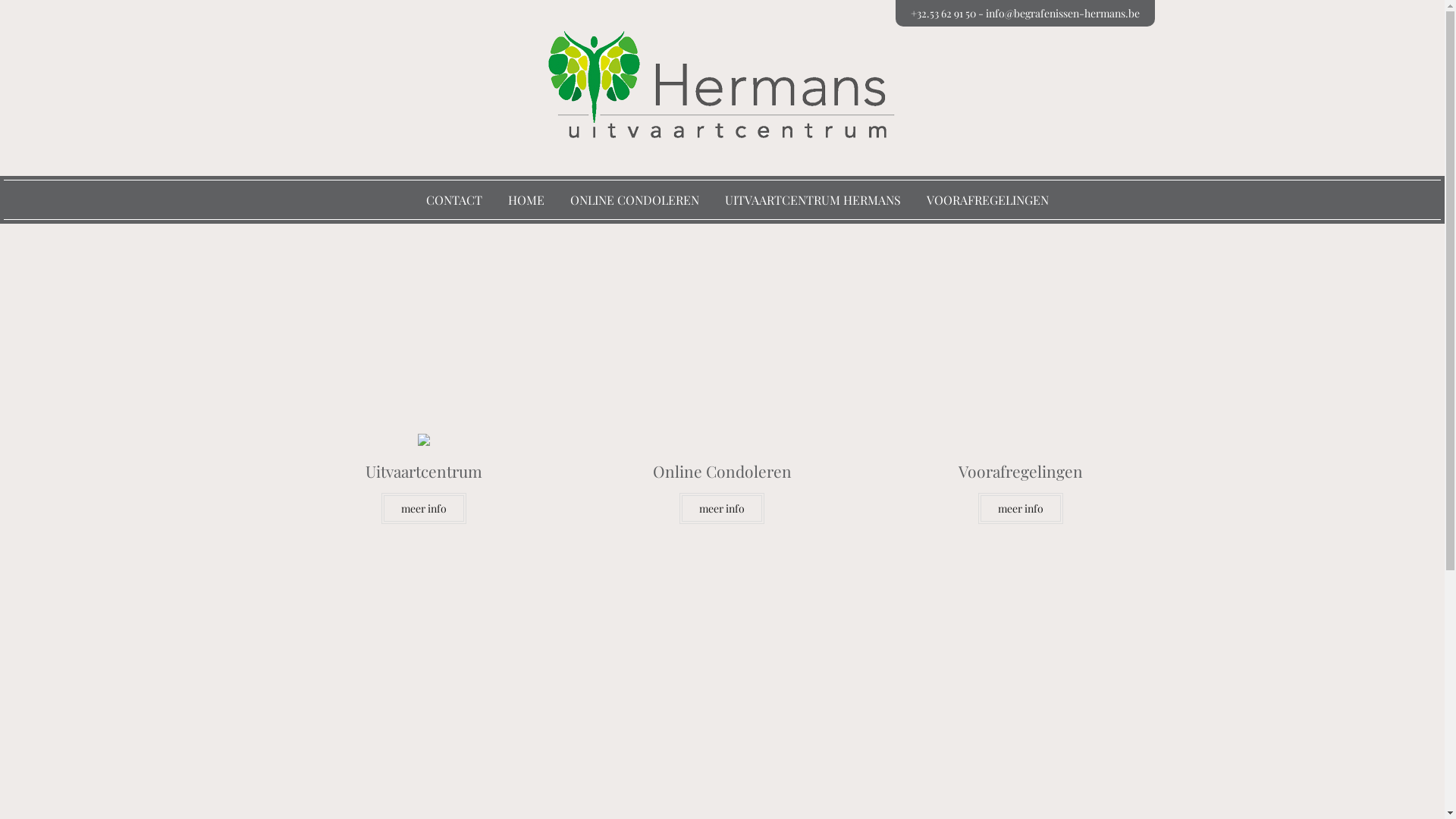 The height and width of the screenshot is (819, 1456). Describe the element at coordinates (926, 199) in the screenshot. I see `'VOORAFREGELINGEN'` at that location.